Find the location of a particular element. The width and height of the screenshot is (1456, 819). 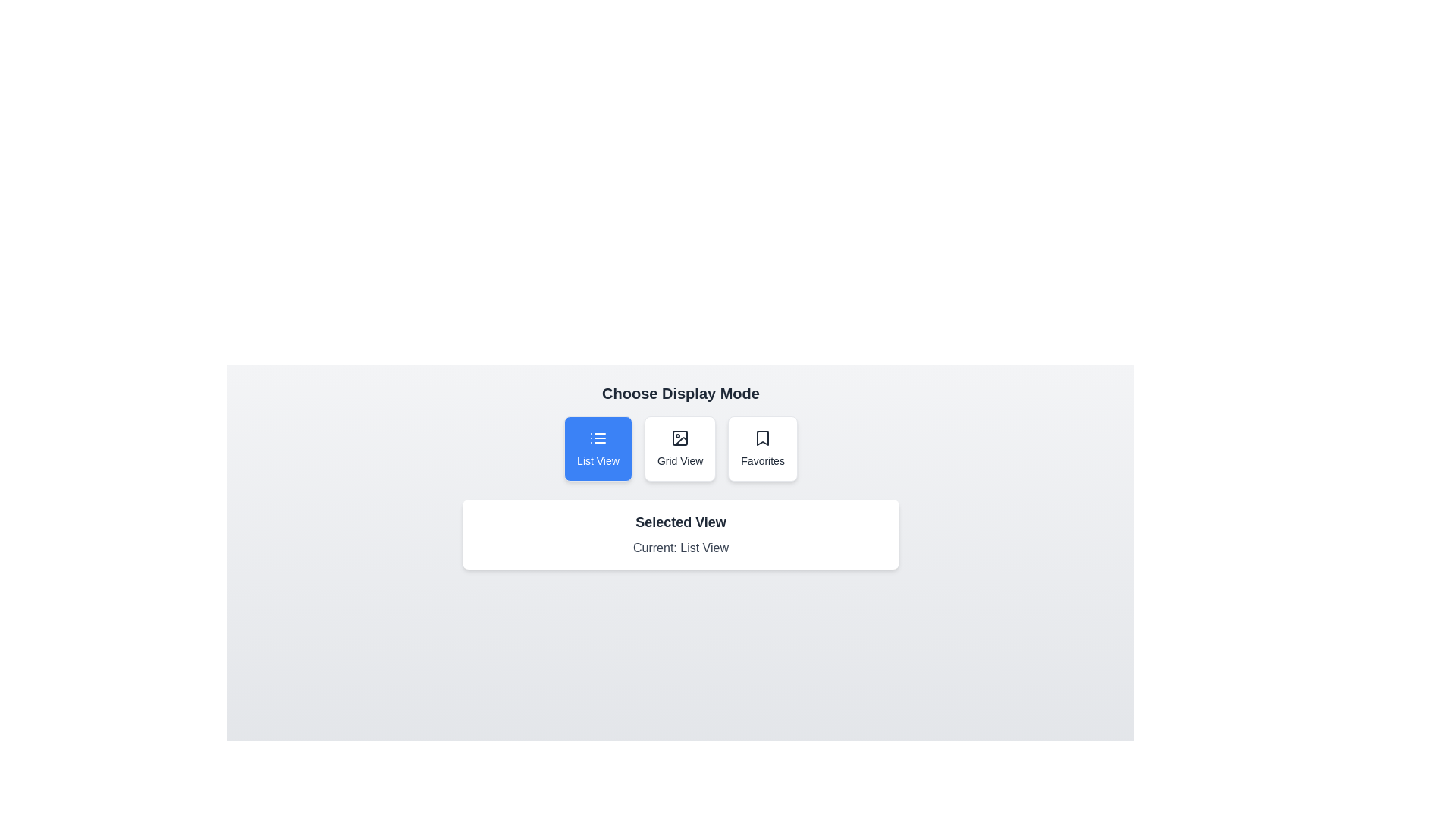

the view option List View by clicking on its button is located at coordinates (597, 447).